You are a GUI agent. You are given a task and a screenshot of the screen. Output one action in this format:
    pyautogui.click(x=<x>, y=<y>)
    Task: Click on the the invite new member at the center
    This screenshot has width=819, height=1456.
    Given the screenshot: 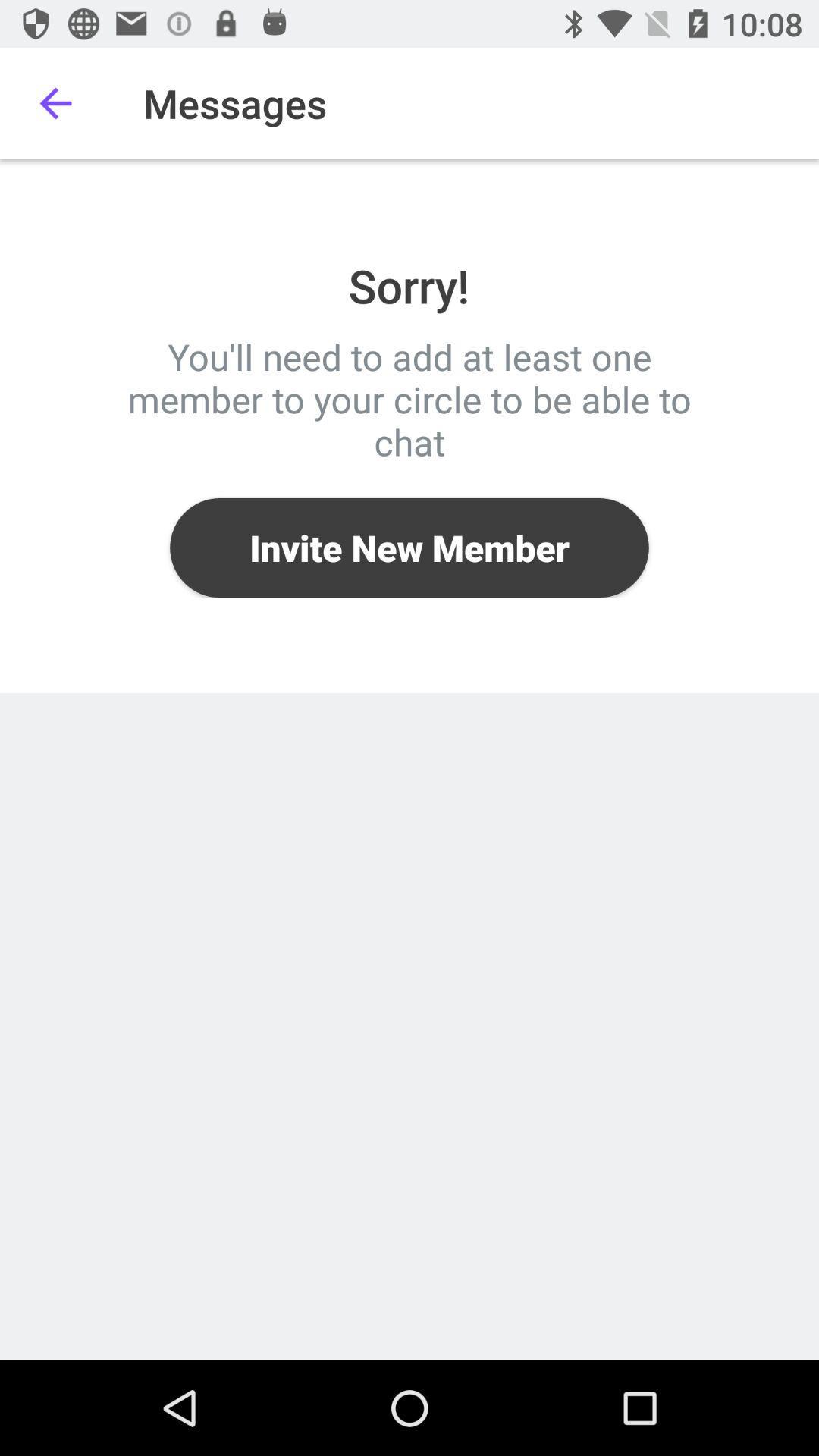 What is the action you would take?
    pyautogui.click(x=409, y=547)
    